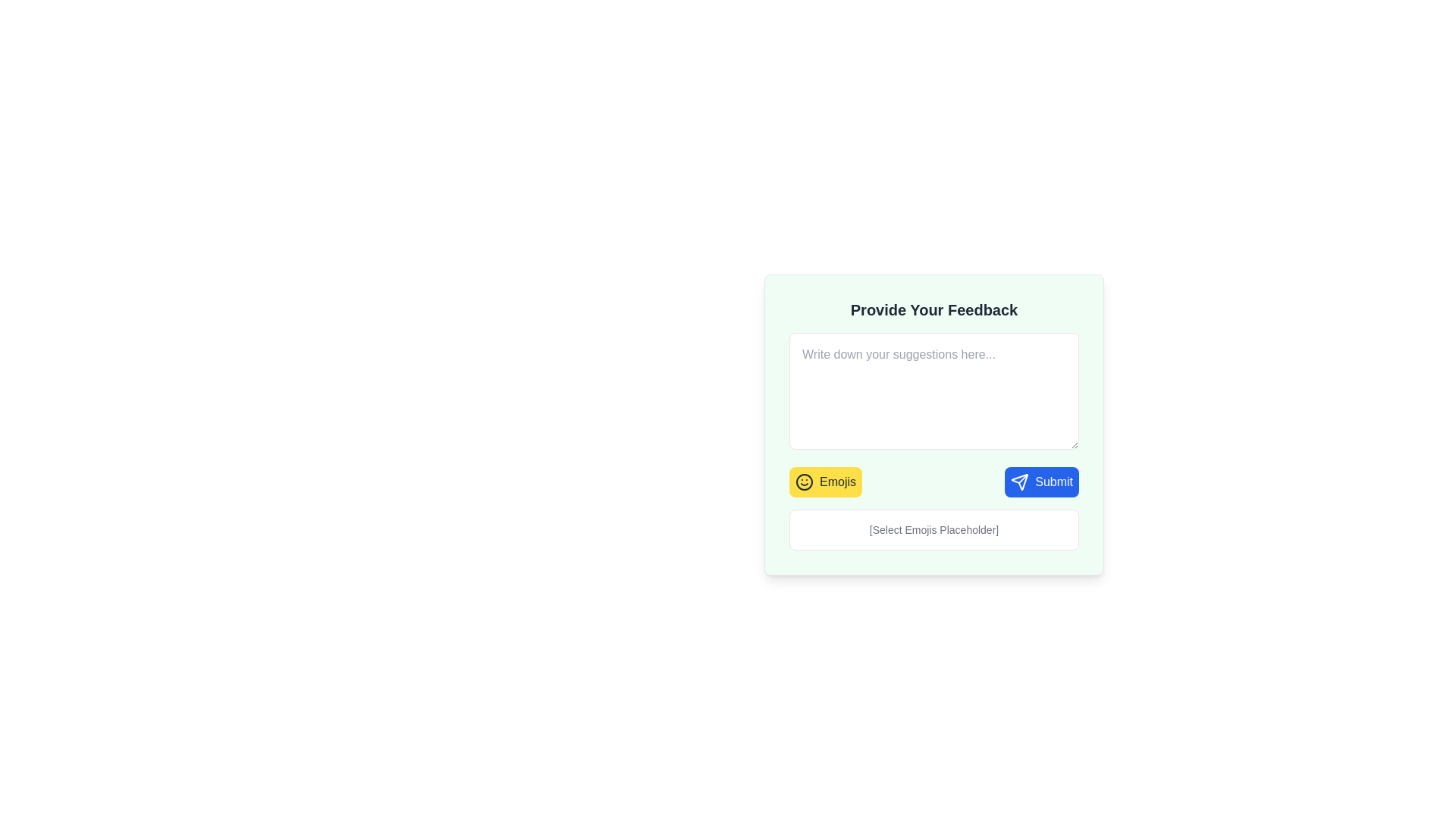  What do you see at coordinates (934, 309) in the screenshot?
I see `the text label displaying 'Provide Your Feedback', which is prominently featured in large, bold text with dark gray color on a light green background` at bounding box center [934, 309].